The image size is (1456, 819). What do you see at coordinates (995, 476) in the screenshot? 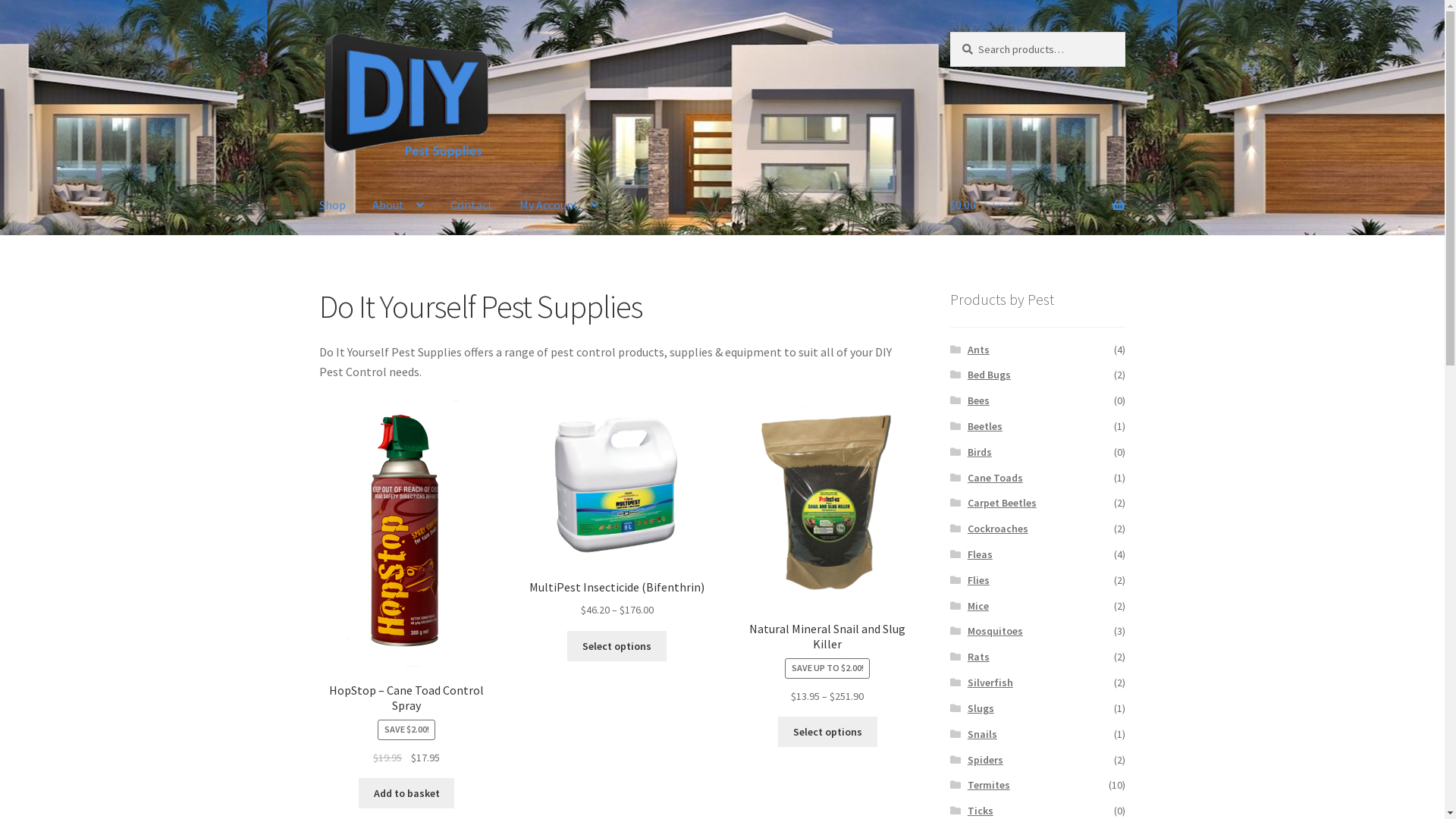
I see `'Cane Toads'` at bounding box center [995, 476].